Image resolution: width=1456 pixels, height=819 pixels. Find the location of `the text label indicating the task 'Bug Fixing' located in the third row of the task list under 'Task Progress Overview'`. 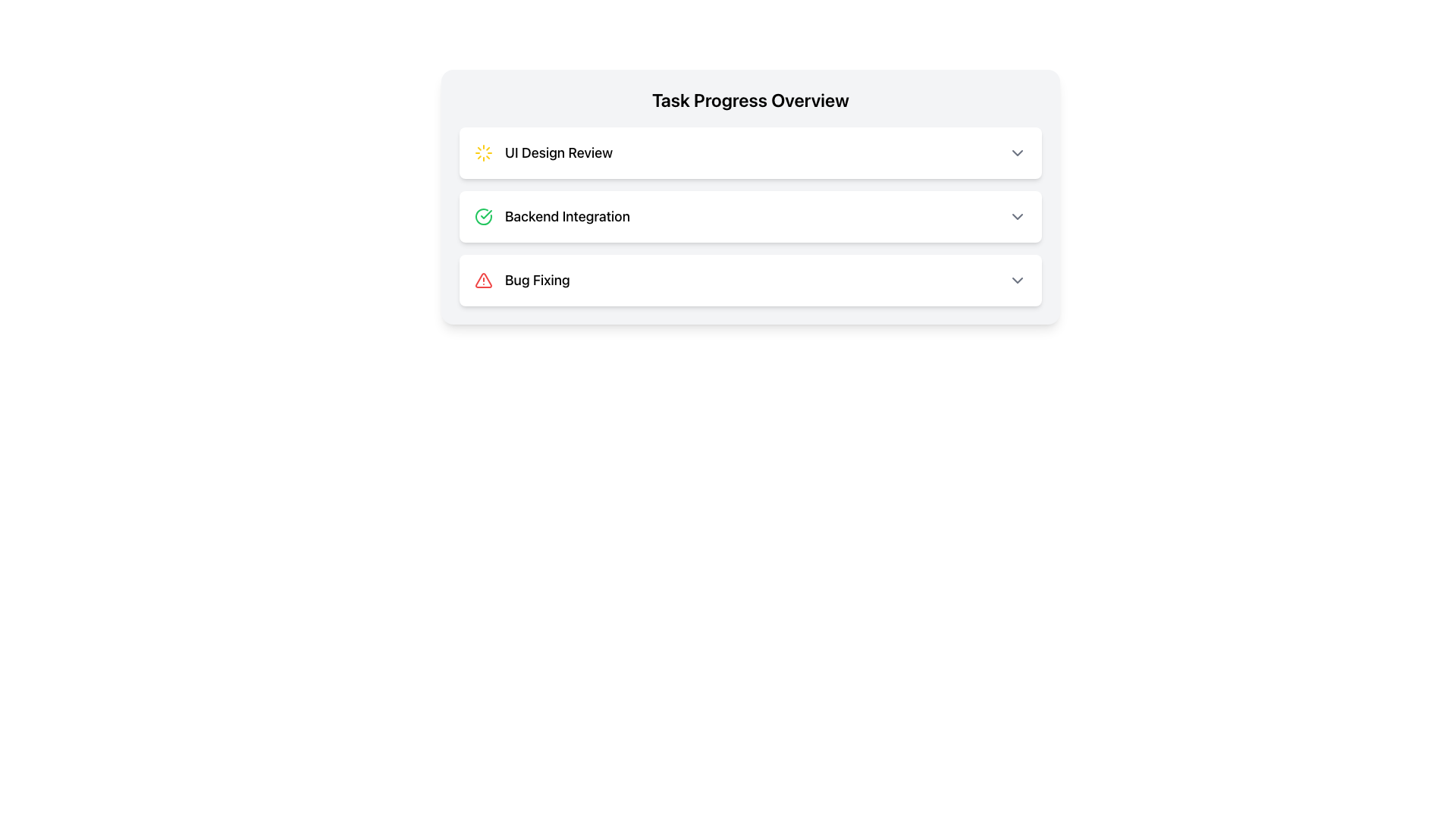

the text label indicating the task 'Bug Fixing' located in the third row of the task list under 'Task Progress Overview' is located at coordinates (537, 281).